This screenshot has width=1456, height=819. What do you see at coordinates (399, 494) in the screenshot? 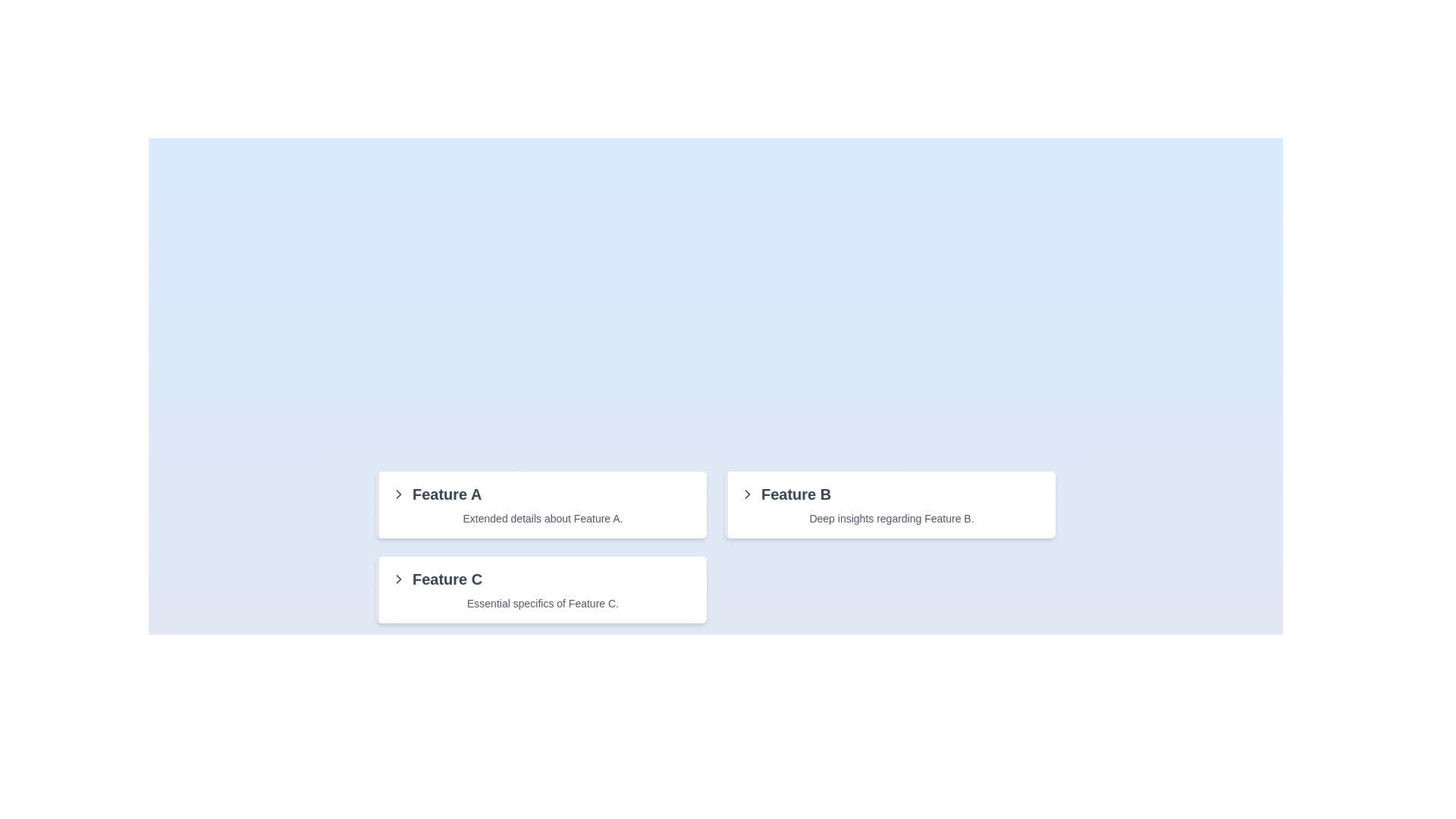
I see `the right-pointing chevron icon associated with 'Feature C' located in the bottom row of the feature blocks` at bounding box center [399, 494].